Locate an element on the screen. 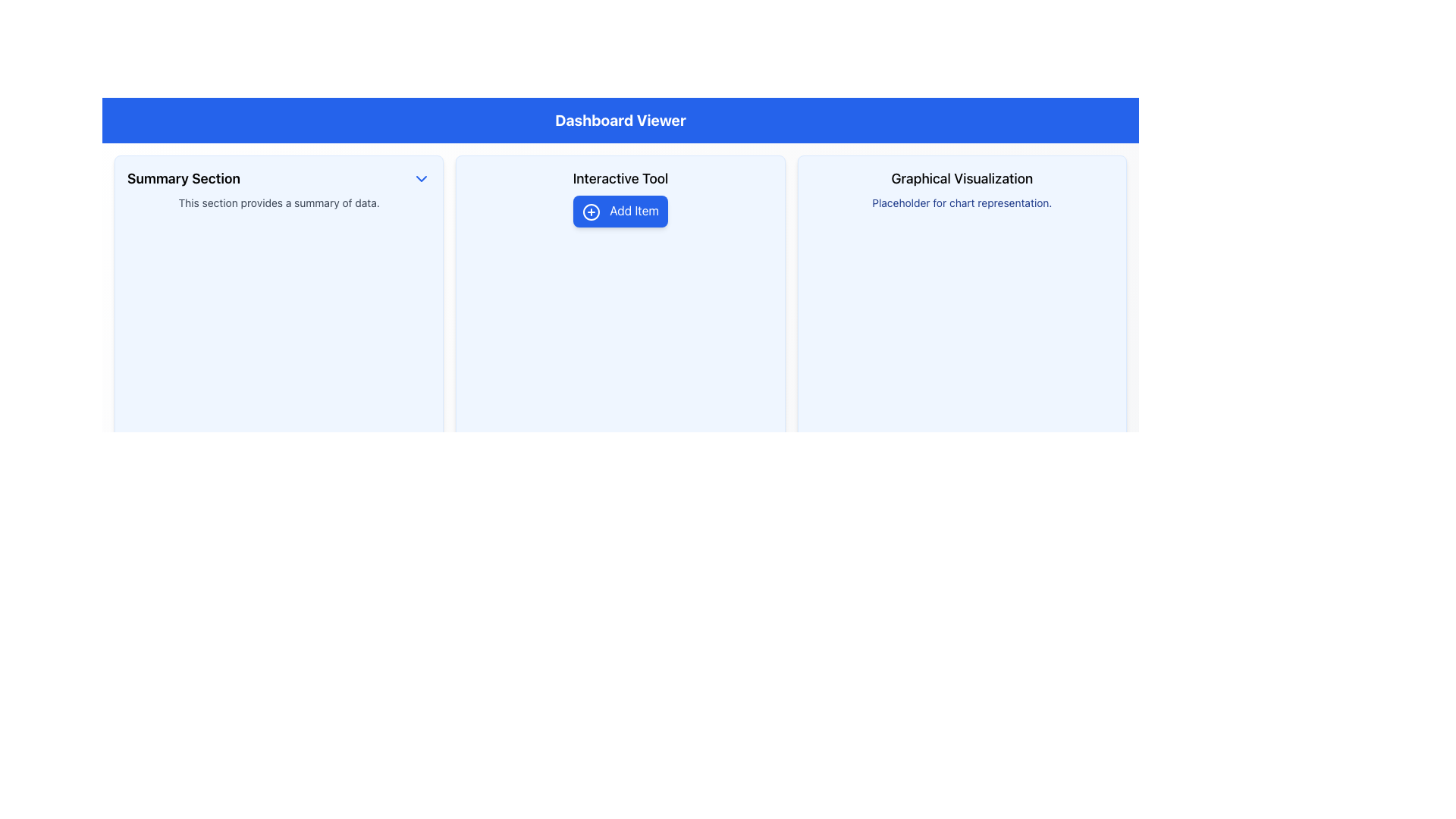 This screenshot has height=819, width=1456. the dropdown toggle button located at the far-right edge of the 'Summary Section' header, aligned with the title text 'Summary Section' is located at coordinates (422, 177).